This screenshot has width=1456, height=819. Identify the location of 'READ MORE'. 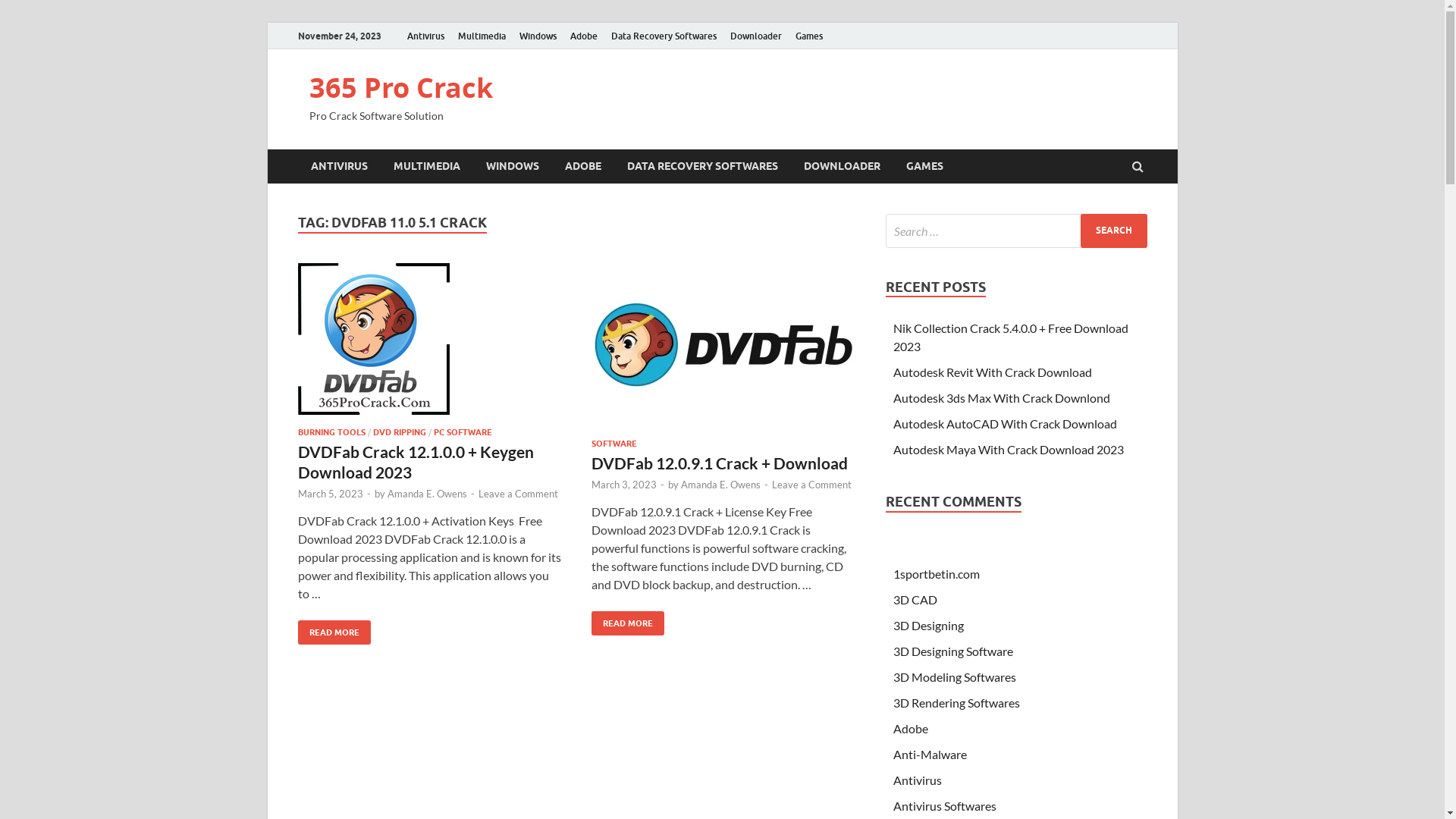
(333, 632).